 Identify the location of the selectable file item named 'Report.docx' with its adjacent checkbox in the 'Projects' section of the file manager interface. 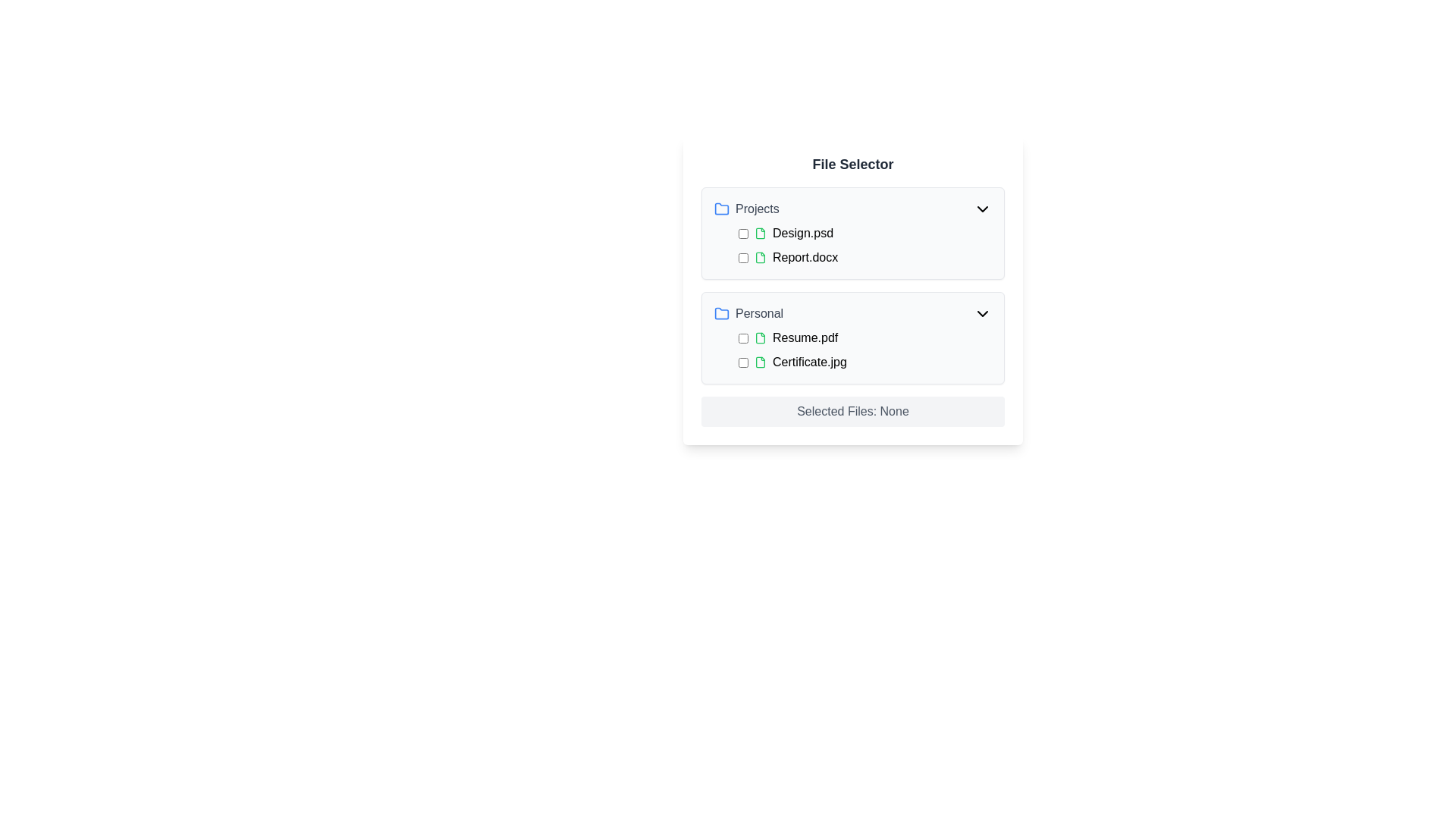
(865, 256).